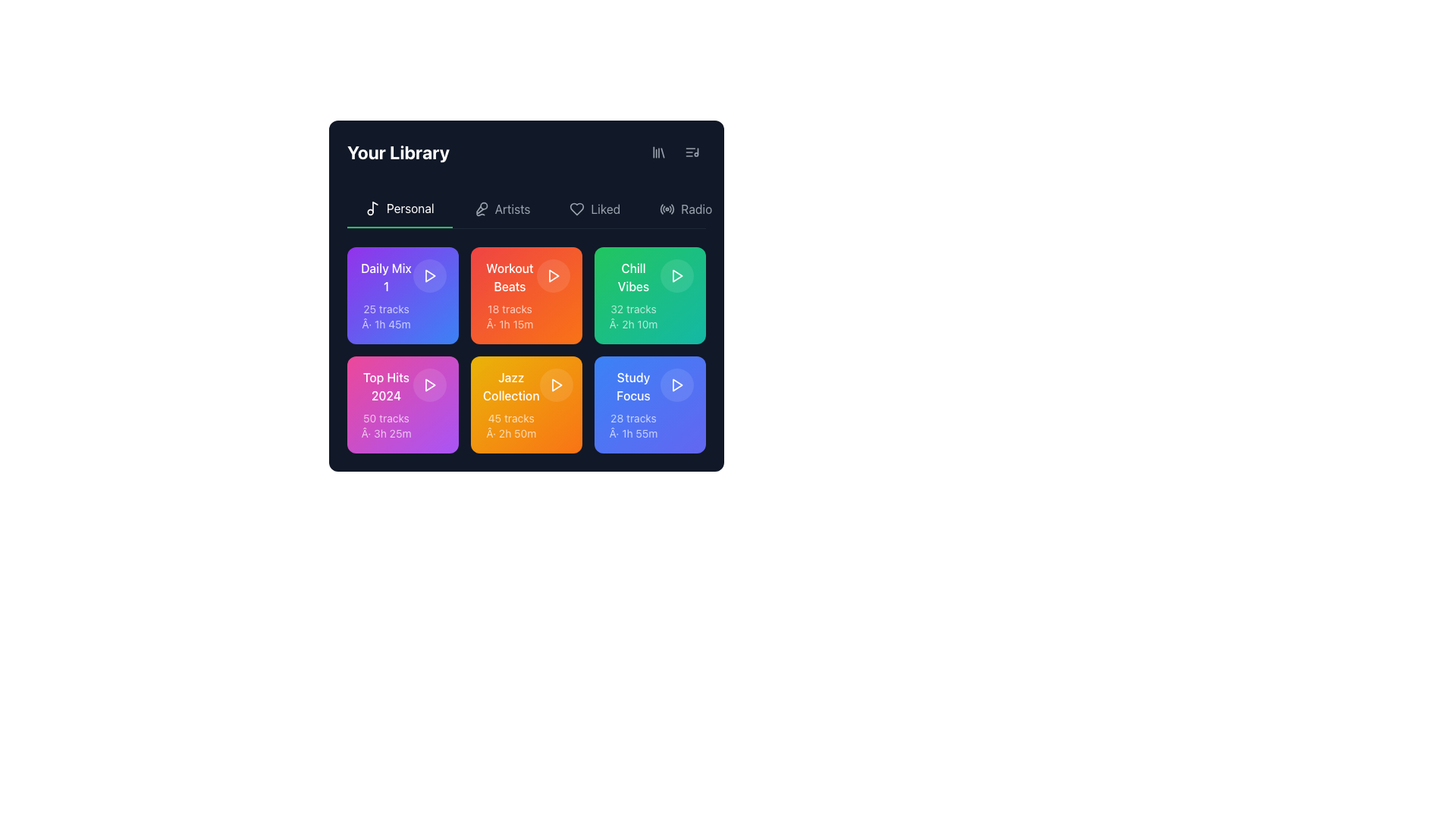 The height and width of the screenshot is (819, 1456). I want to click on the play button located in the top-right corner of the green rectangular card labeled 'Chill Vibes', so click(676, 275).